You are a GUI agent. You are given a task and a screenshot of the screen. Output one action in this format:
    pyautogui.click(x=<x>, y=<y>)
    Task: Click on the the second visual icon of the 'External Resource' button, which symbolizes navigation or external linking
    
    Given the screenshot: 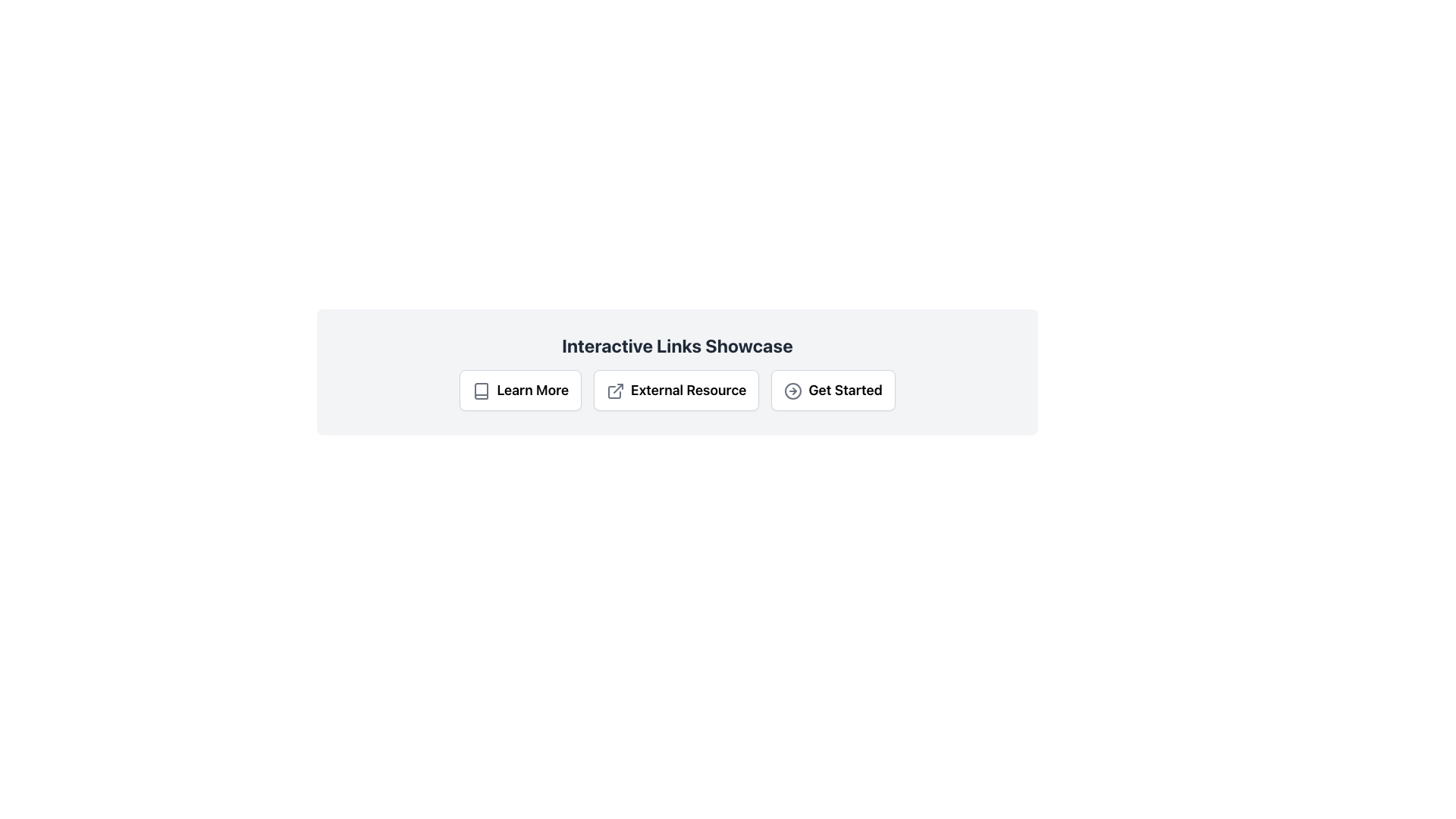 What is the action you would take?
    pyautogui.click(x=618, y=388)
    